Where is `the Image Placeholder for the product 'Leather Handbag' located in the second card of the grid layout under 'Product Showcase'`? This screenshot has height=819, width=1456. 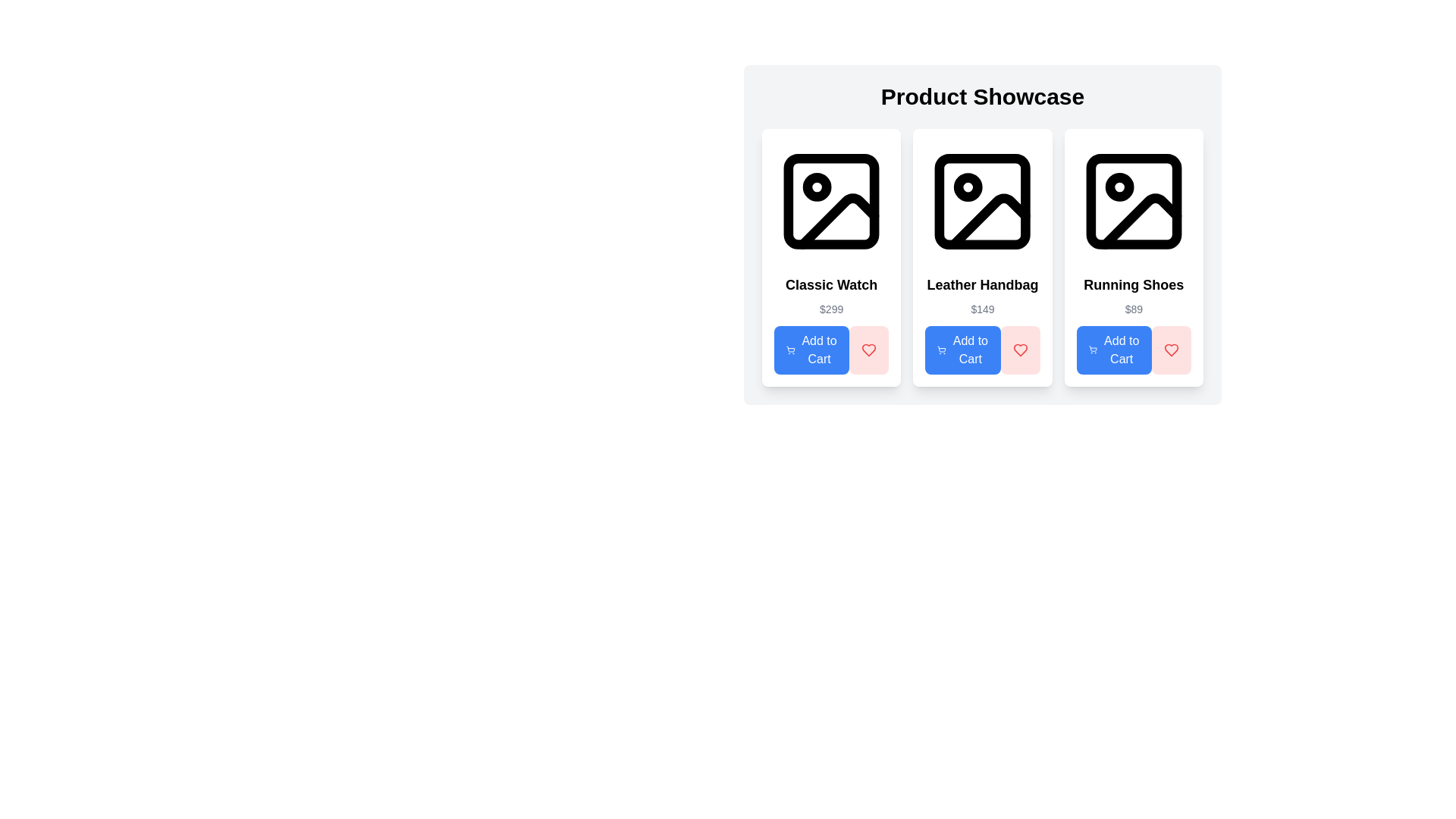
the Image Placeholder for the product 'Leather Handbag' located in the second card of the grid layout under 'Product Showcase' is located at coordinates (983, 234).